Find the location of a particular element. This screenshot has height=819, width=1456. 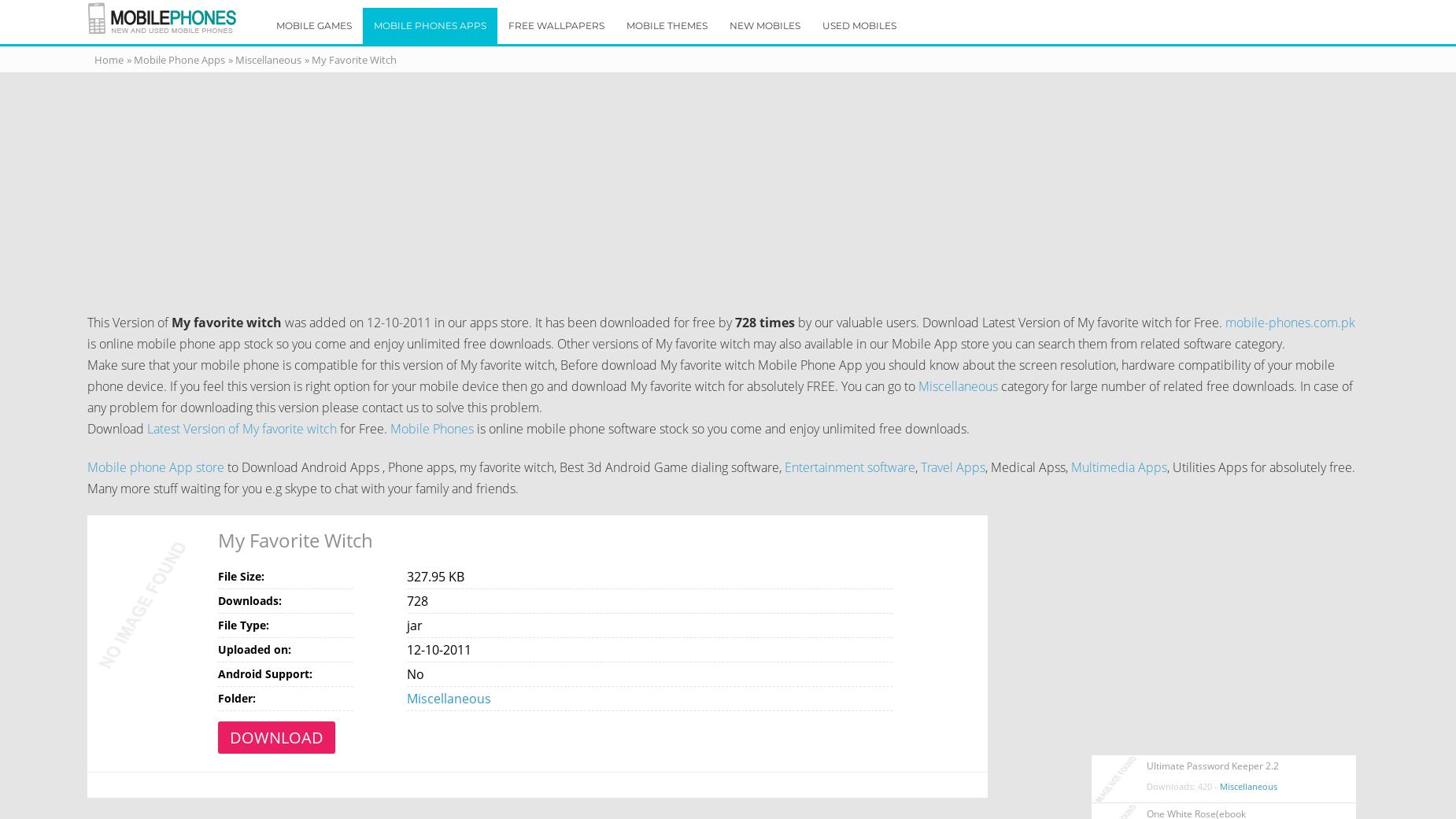

', Utilities Apps for absolutely free. Many more stuff waiting for you e.g skype to chat with your family and friends.' is located at coordinates (721, 478).